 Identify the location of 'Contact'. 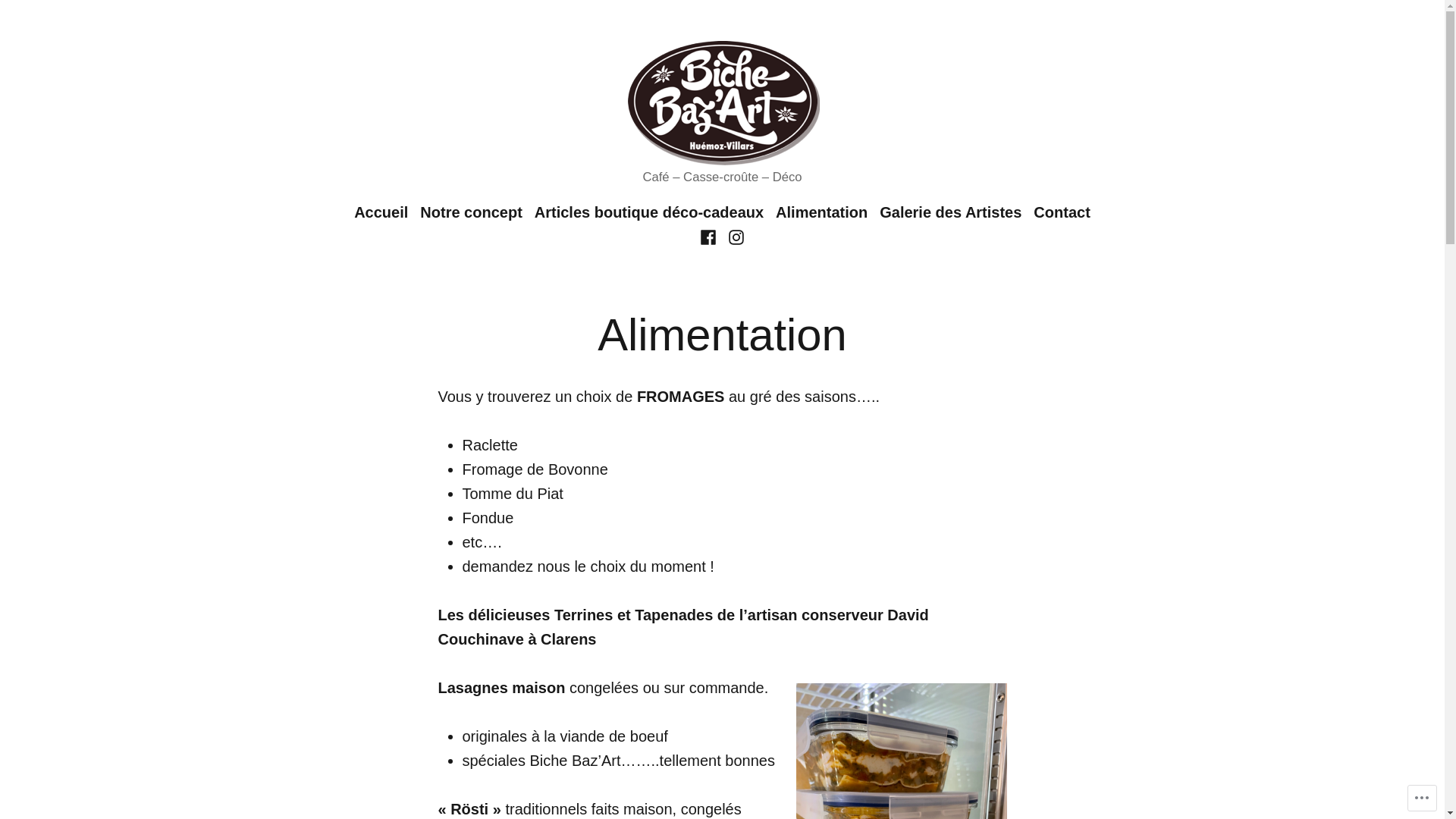
(1058, 212).